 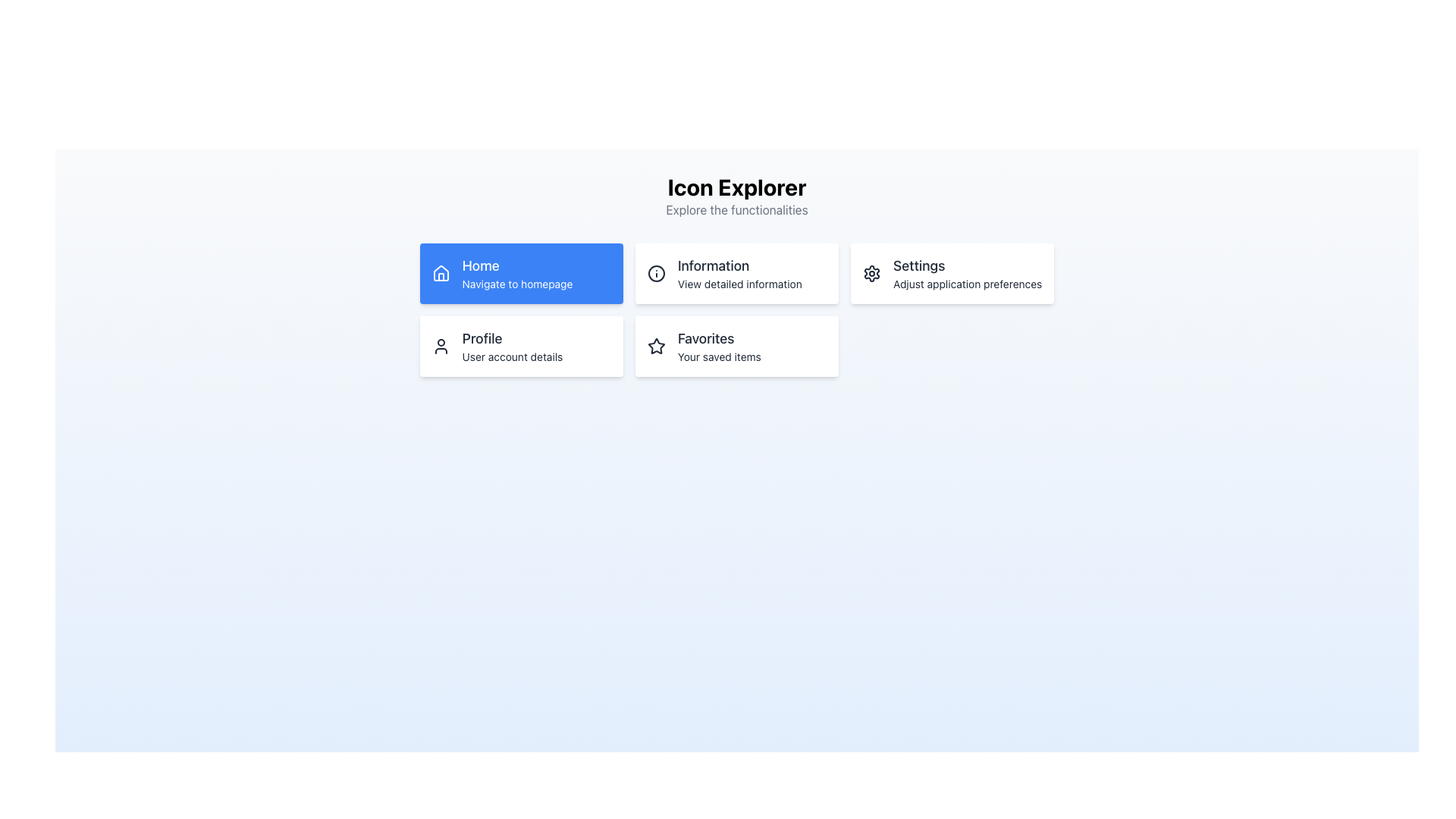 What do you see at coordinates (872, 274) in the screenshot?
I see `the gear-shaped settings icon` at bounding box center [872, 274].